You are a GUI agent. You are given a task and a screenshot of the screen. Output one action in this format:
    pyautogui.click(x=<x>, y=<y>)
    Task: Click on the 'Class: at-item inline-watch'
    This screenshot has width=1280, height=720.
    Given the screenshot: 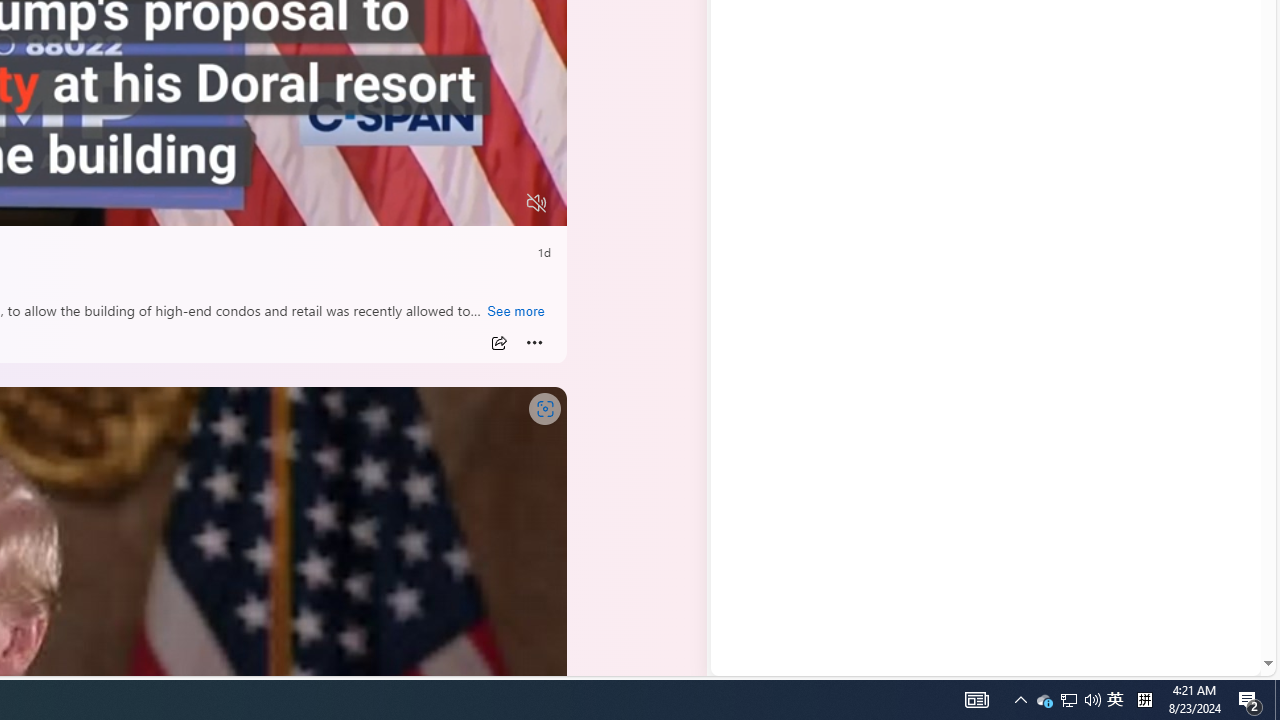 What is the action you would take?
    pyautogui.click(x=534, y=342)
    